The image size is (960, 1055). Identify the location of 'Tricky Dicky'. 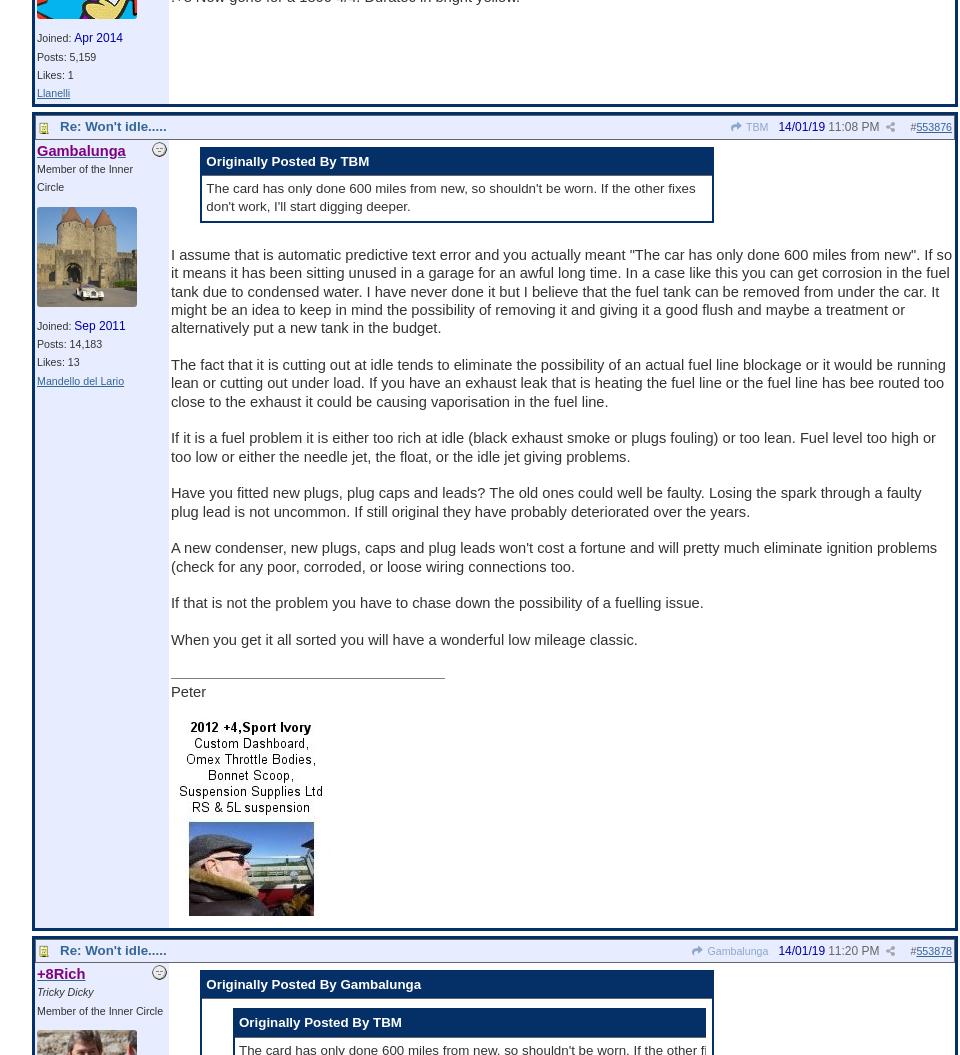
(64, 992).